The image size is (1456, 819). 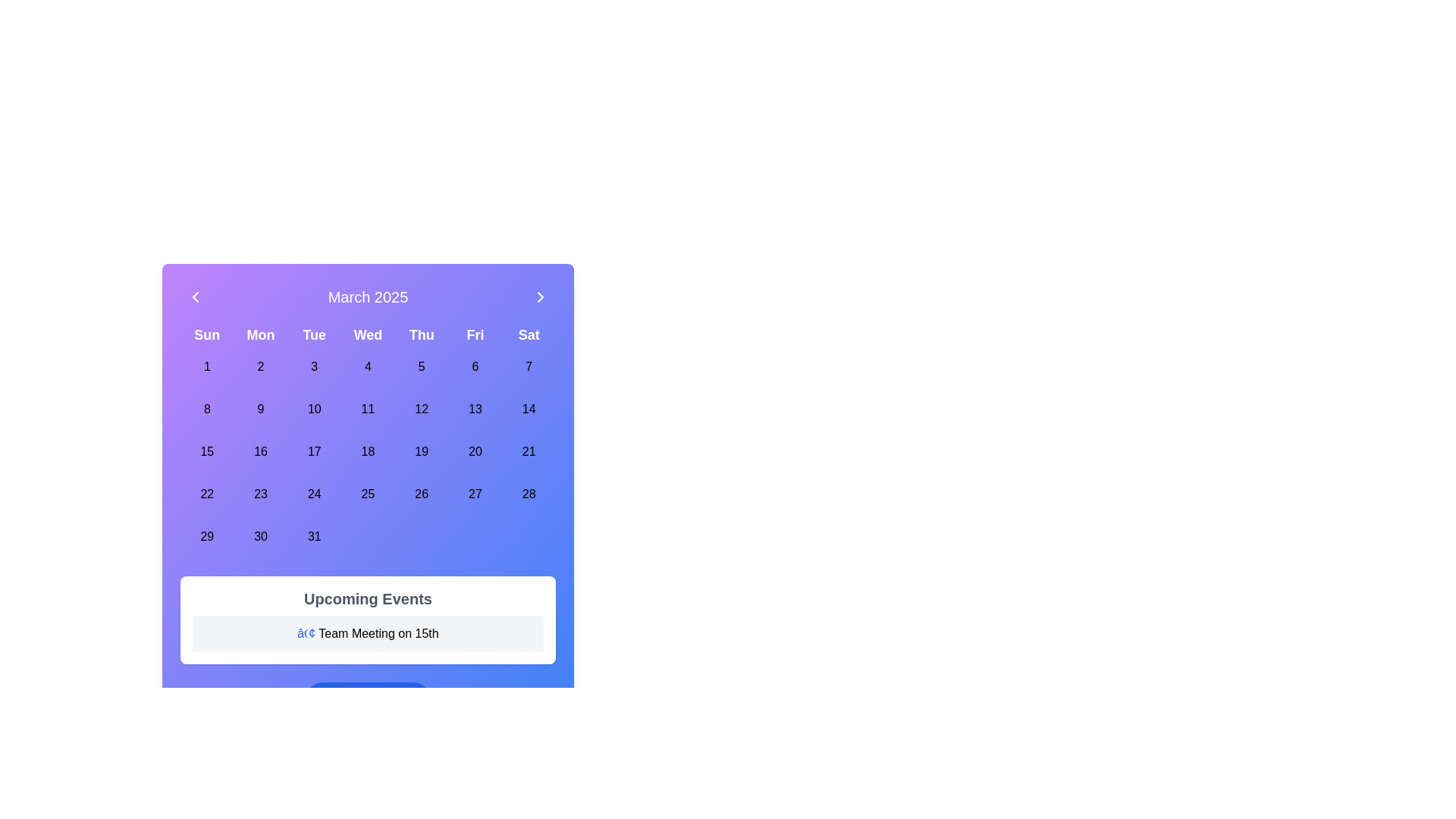 I want to click on the date '30' button, so click(x=261, y=536).